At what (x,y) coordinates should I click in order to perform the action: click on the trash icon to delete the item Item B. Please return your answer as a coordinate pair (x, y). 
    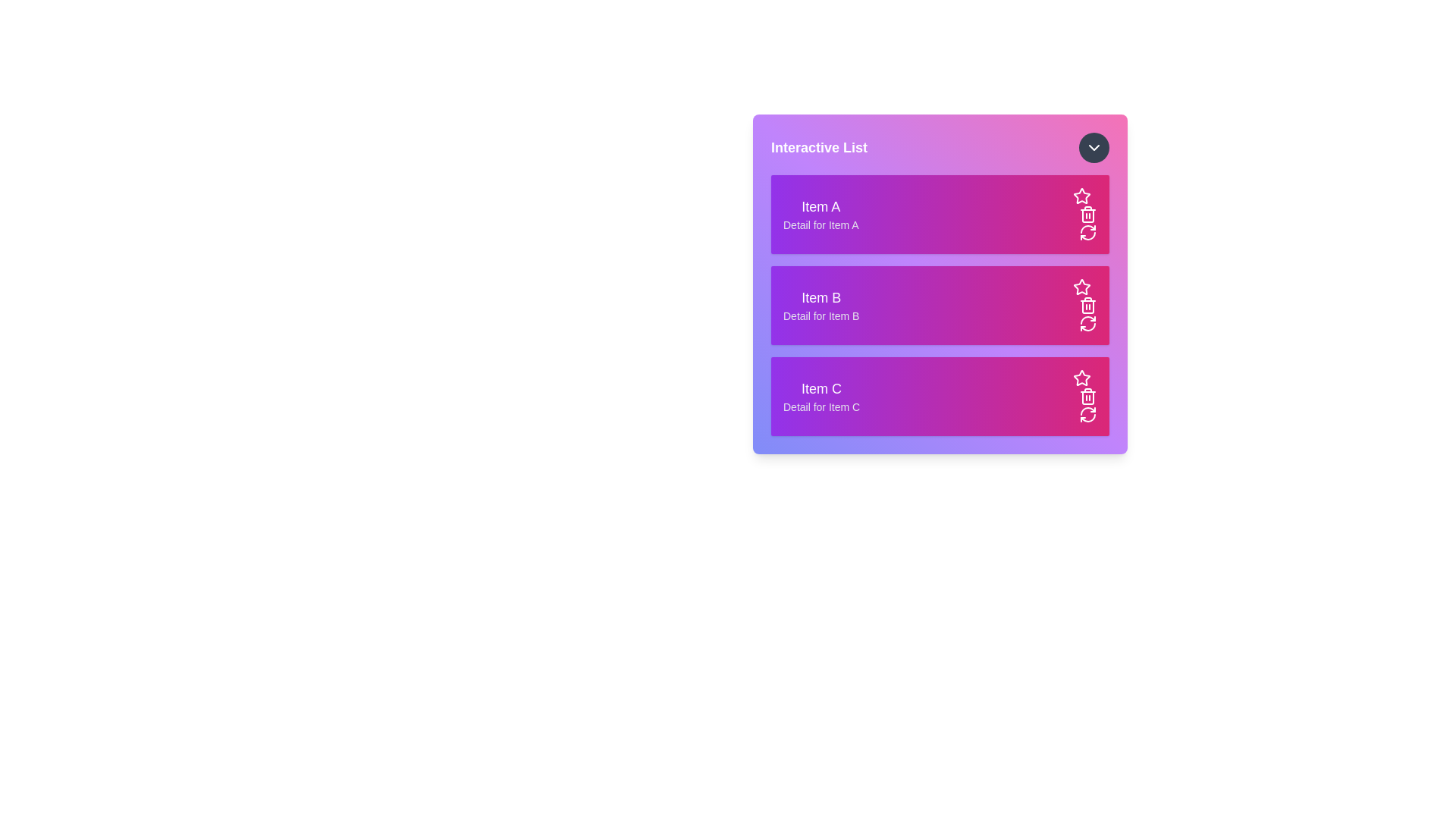
    Looking at the image, I should click on (1087, 305).